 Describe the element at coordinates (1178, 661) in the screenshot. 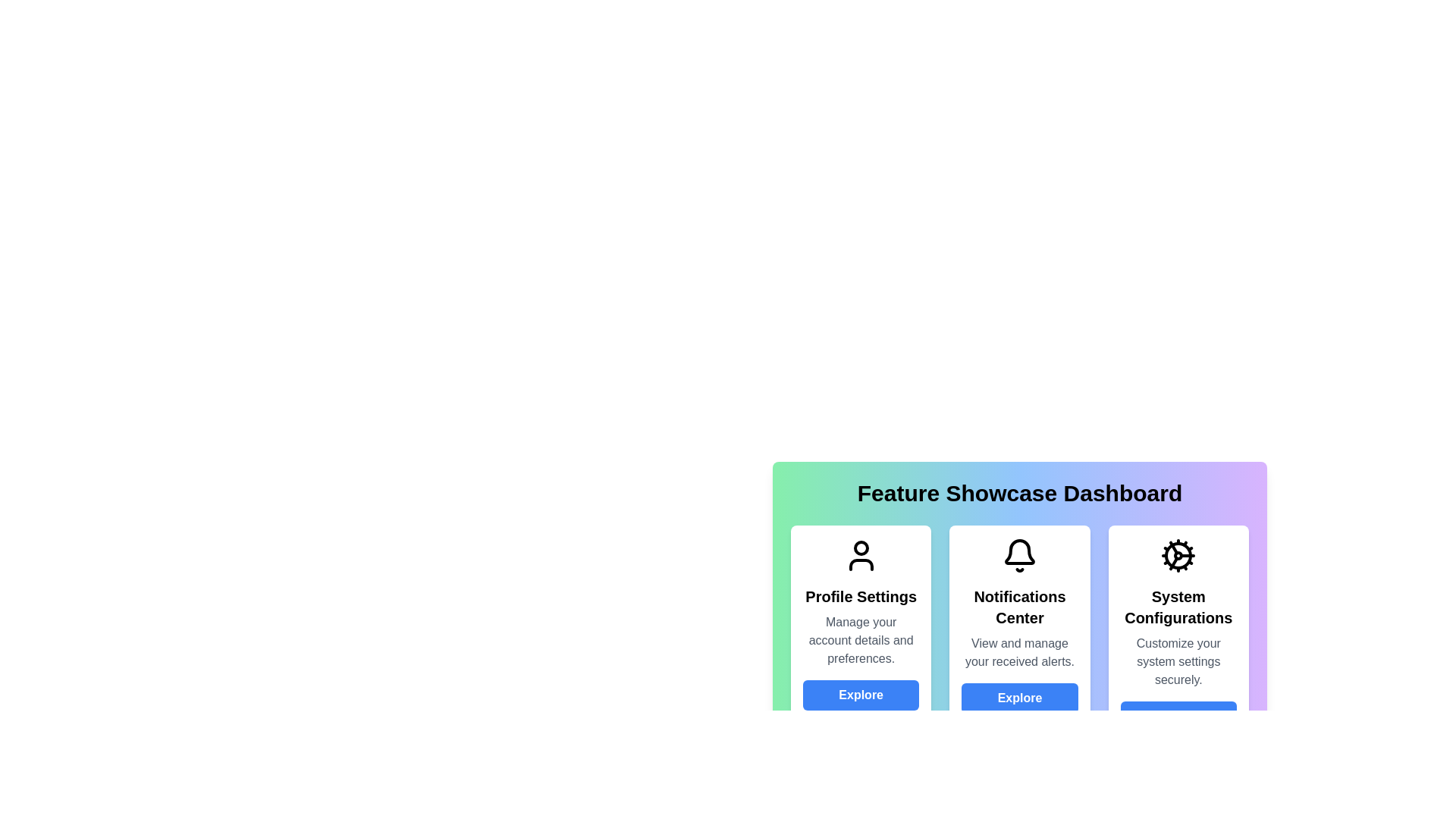

I see `supplementary information text block located in the bottom section of the 'System Configurations' card, positioned below the card title and above the 'Explore' button` at that location.